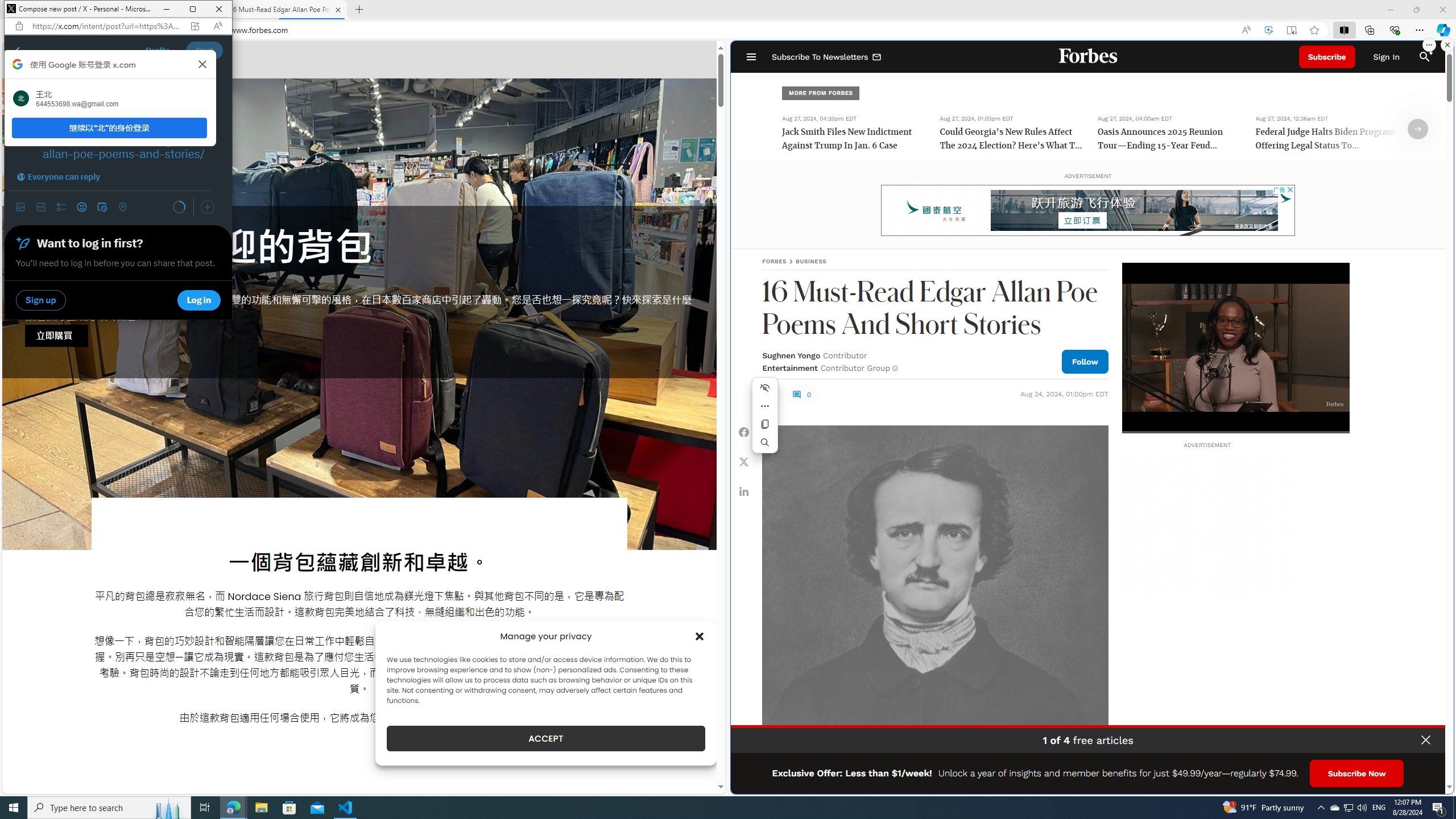  I want to click on 'Action Center, 1 new notification', so click(1439, 806).